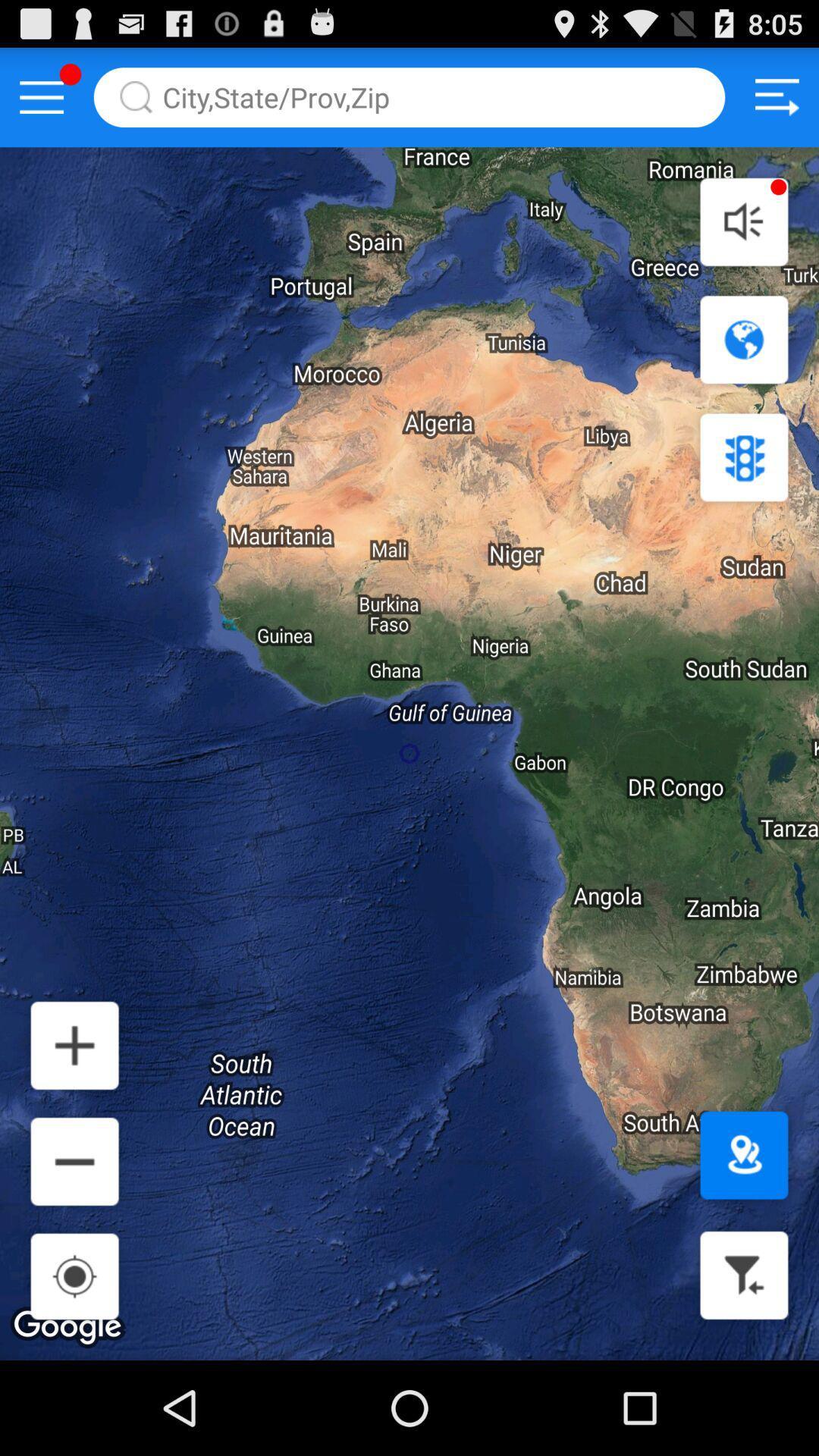 This screenshot has height=1456, width=819. What do you see at coordinates (409, 96) in the screenshot?
I see `the location name` at bounding box center [409, 96].